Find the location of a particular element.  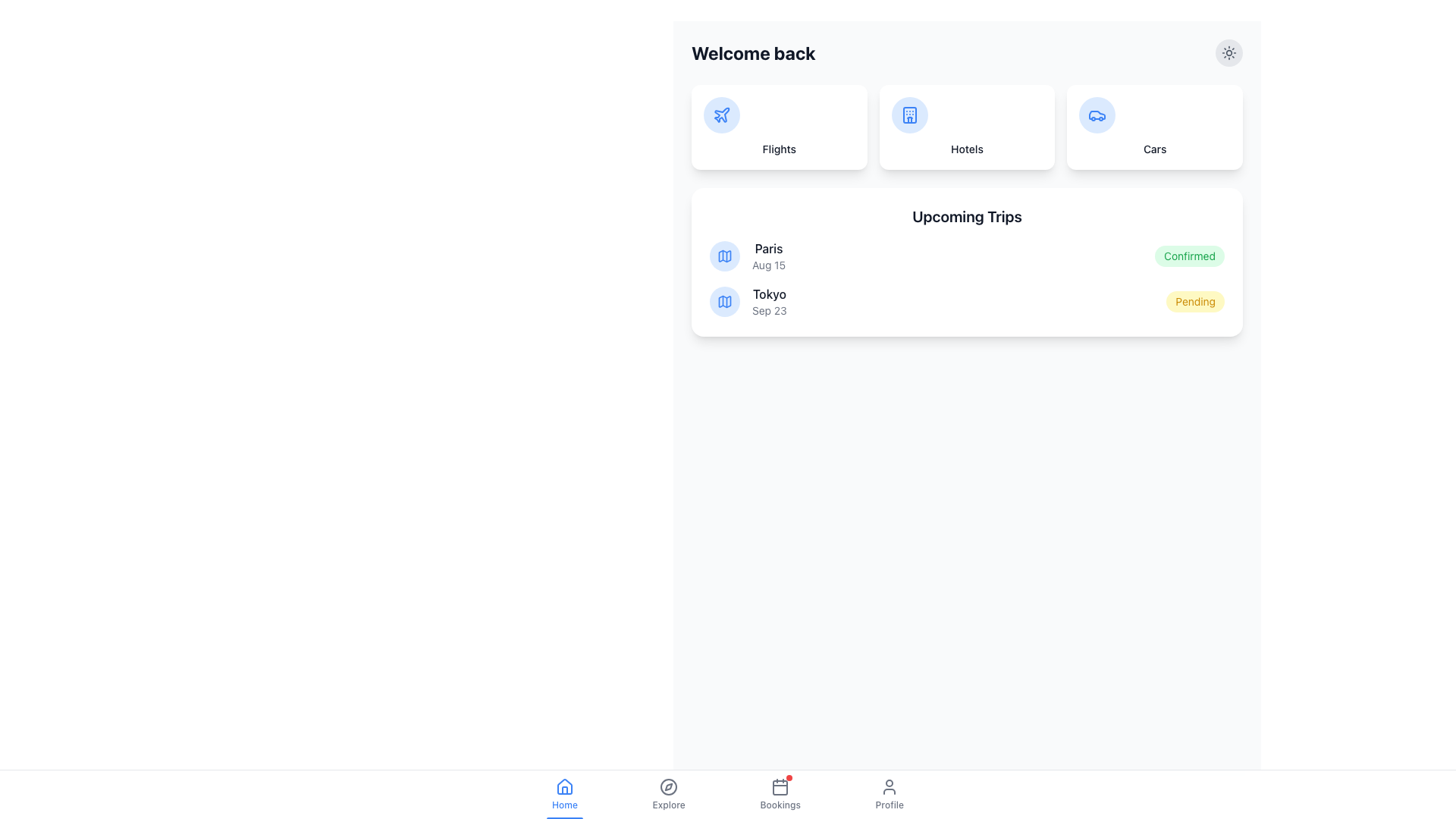

the Flights icon, which is represented by a circular light-blue background and is the first card on the left labeled 'Flights' within the 'Welcome back' section is located at coordinates (720, 114).